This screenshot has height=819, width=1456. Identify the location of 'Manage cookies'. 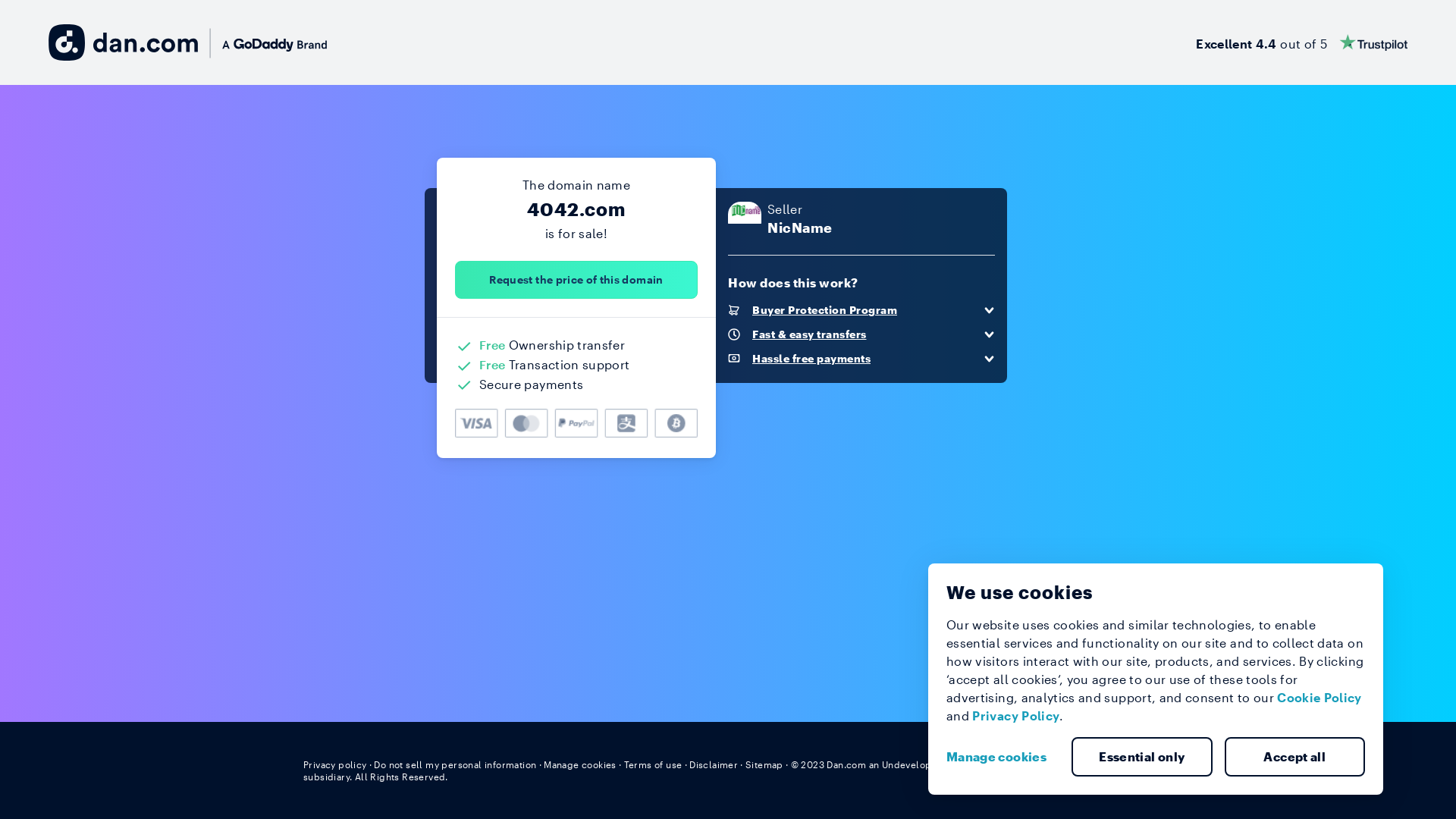
(543, 764).